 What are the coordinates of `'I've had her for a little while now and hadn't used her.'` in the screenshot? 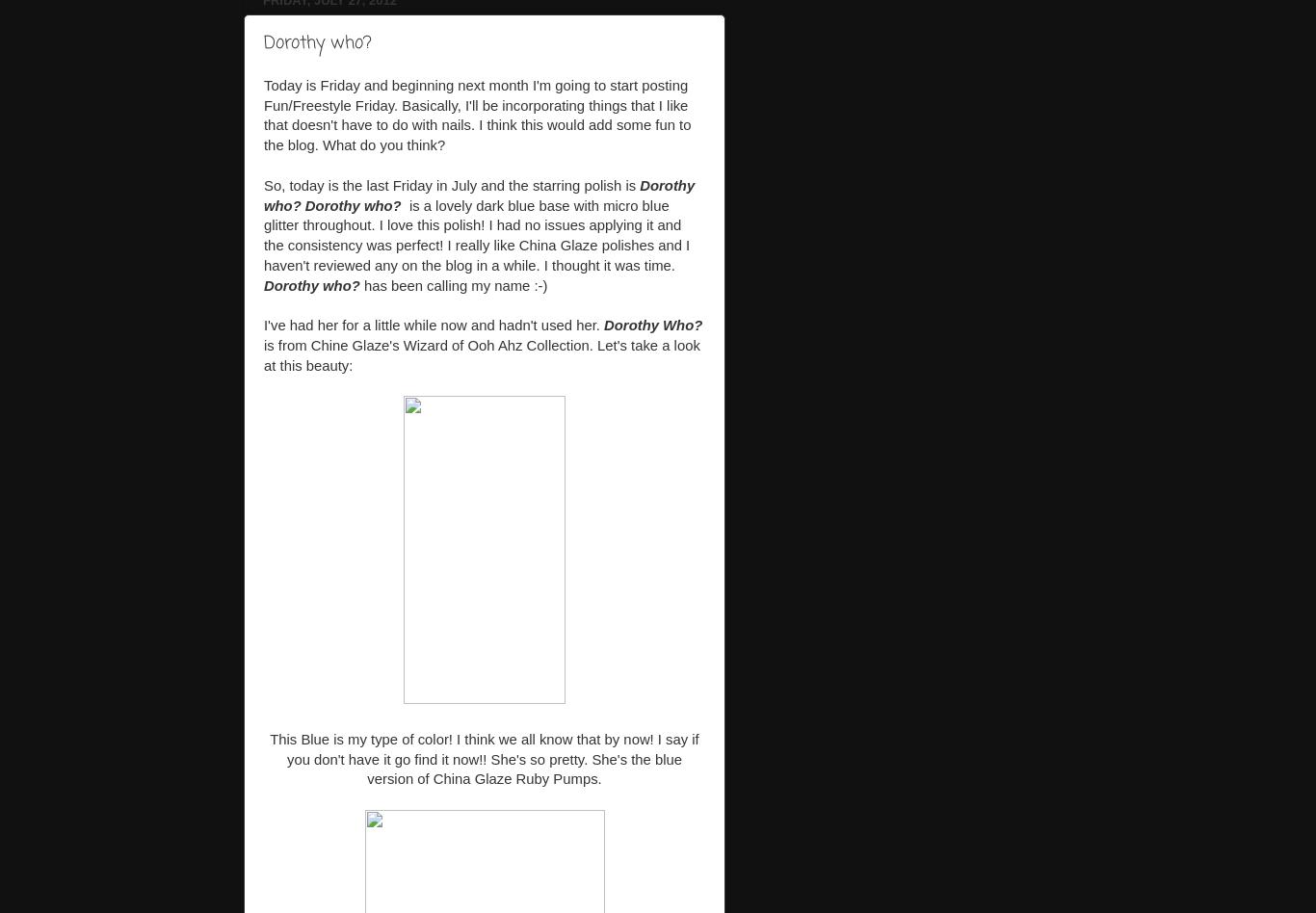 It's located at (431, 325).